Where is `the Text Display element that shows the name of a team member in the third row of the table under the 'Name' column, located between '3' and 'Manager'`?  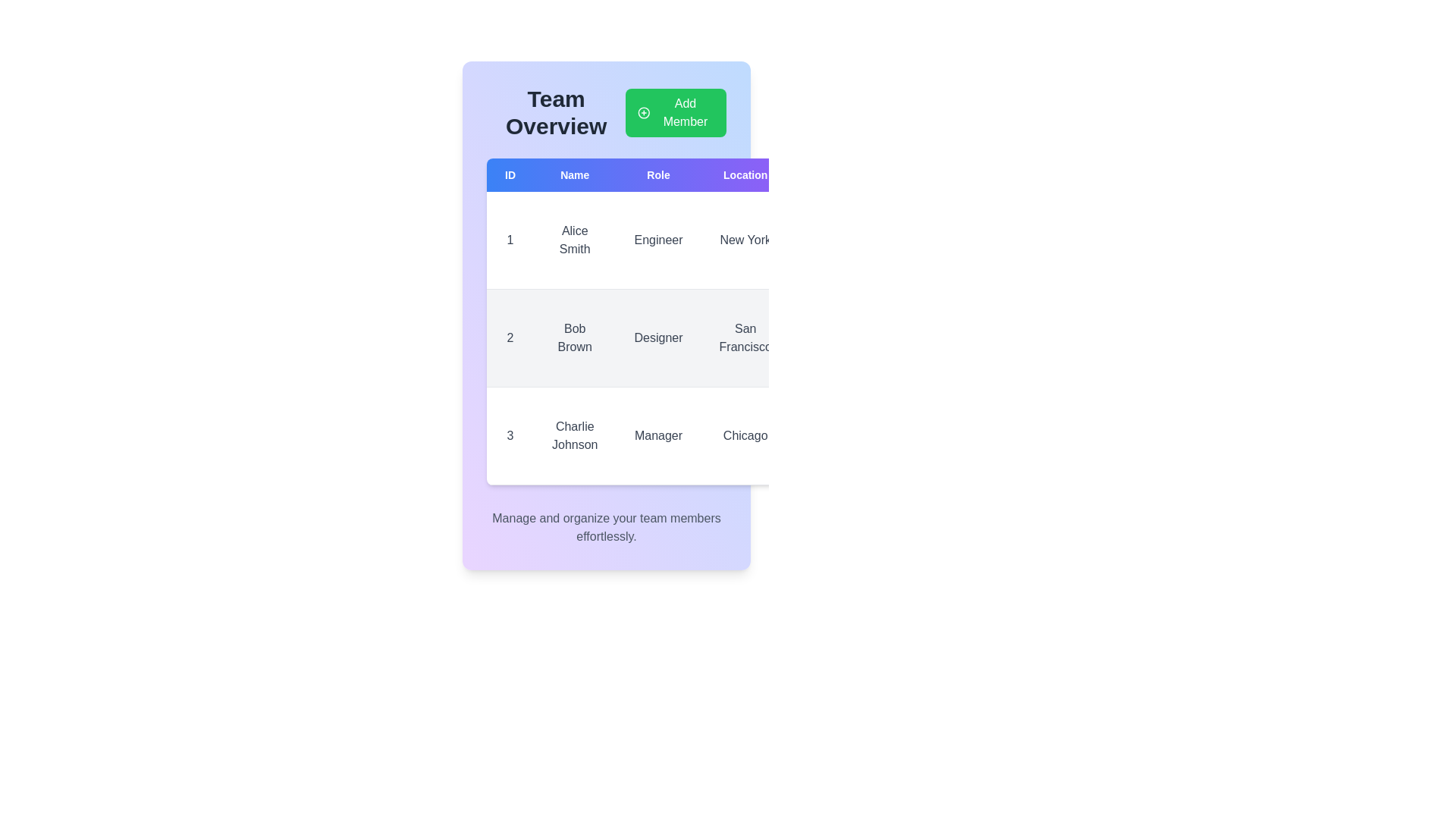 the Text Display element that shows the name of a team member in the third row of the table under the 'Name' column, located between '3' and 'Manager' is located at coordinates (574, 435).